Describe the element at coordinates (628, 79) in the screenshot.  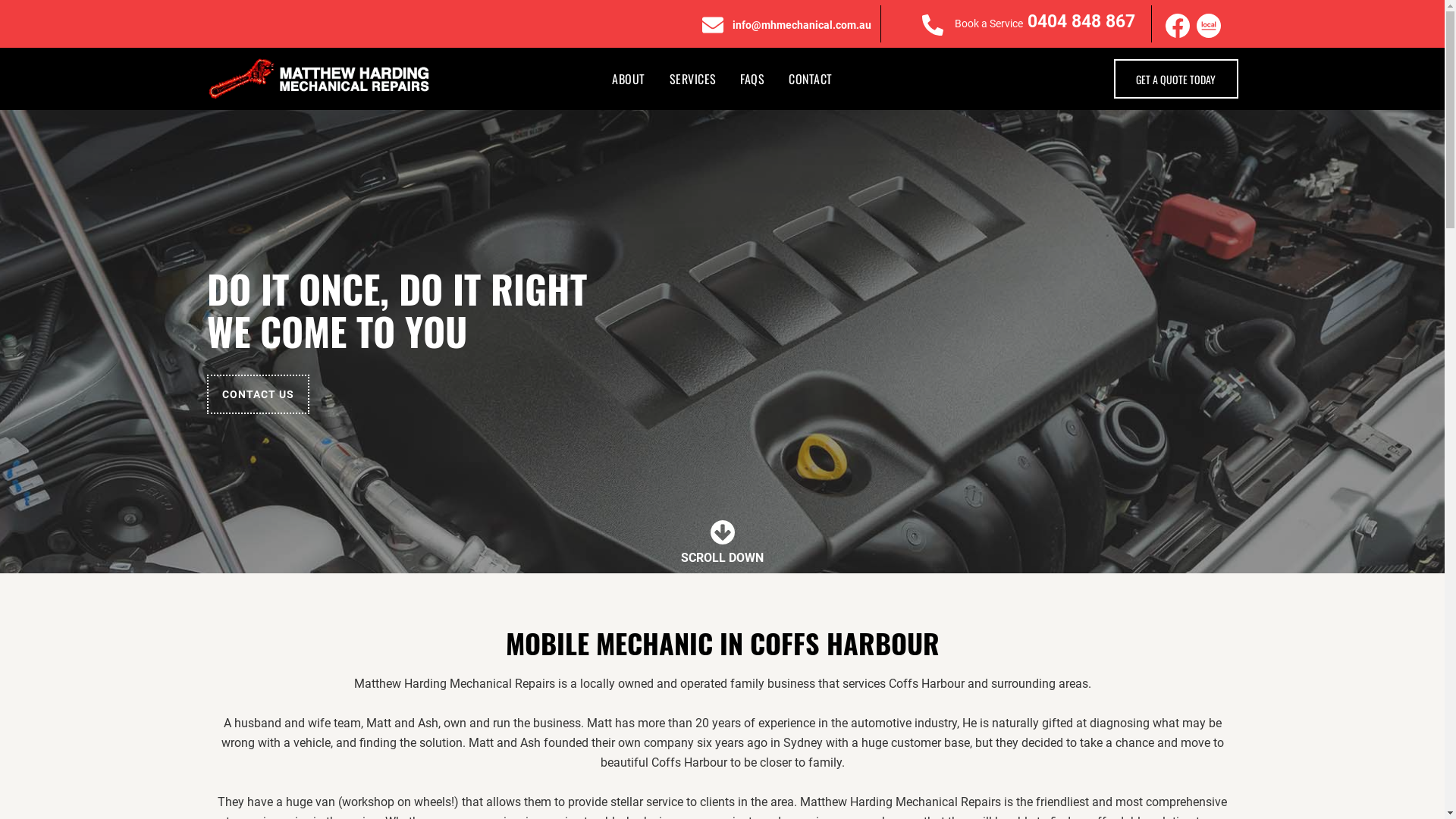
I see `'ABOUT'` at that location.